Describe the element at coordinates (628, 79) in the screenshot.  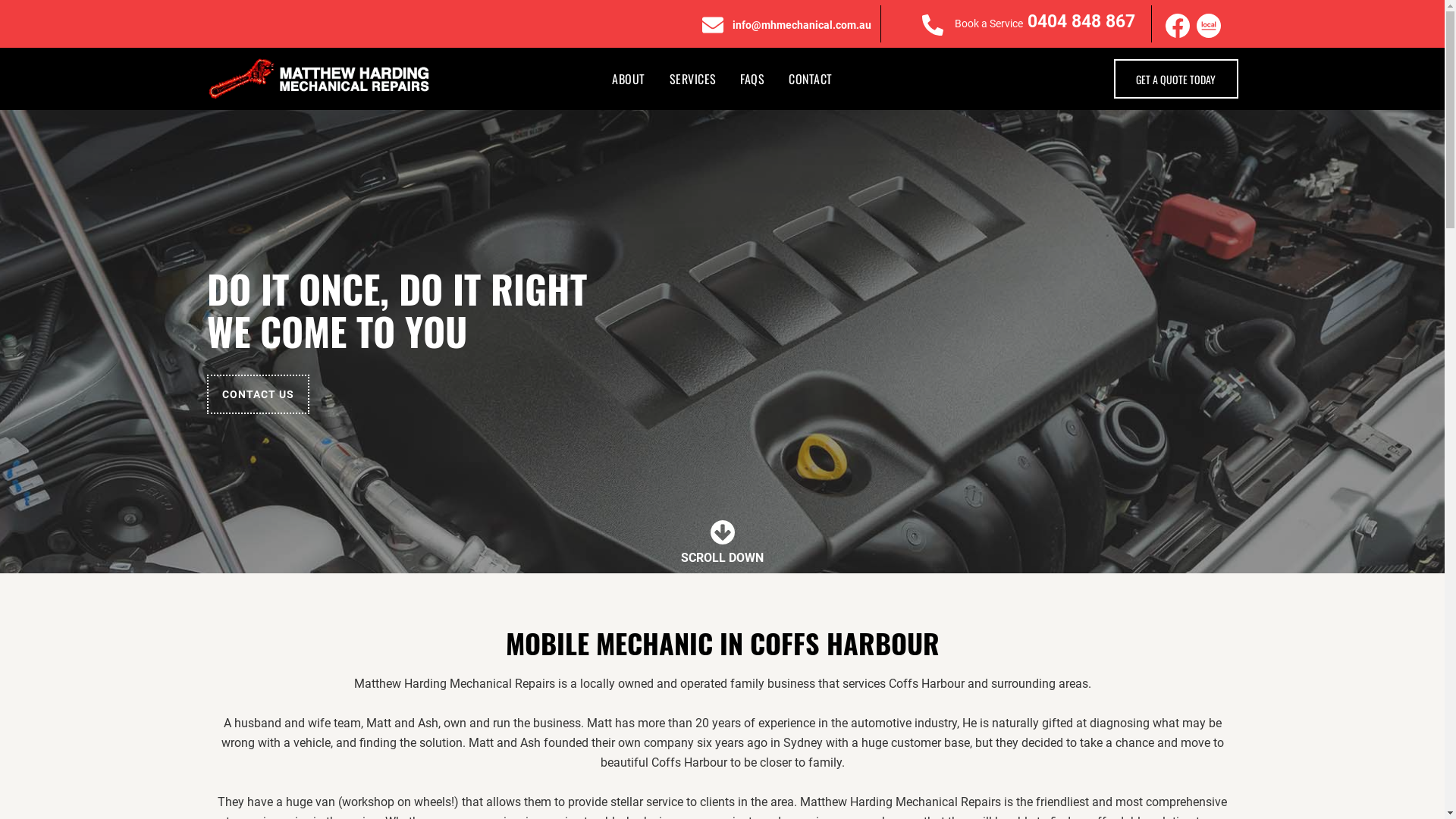
I see `'ABOUT'` at that location.